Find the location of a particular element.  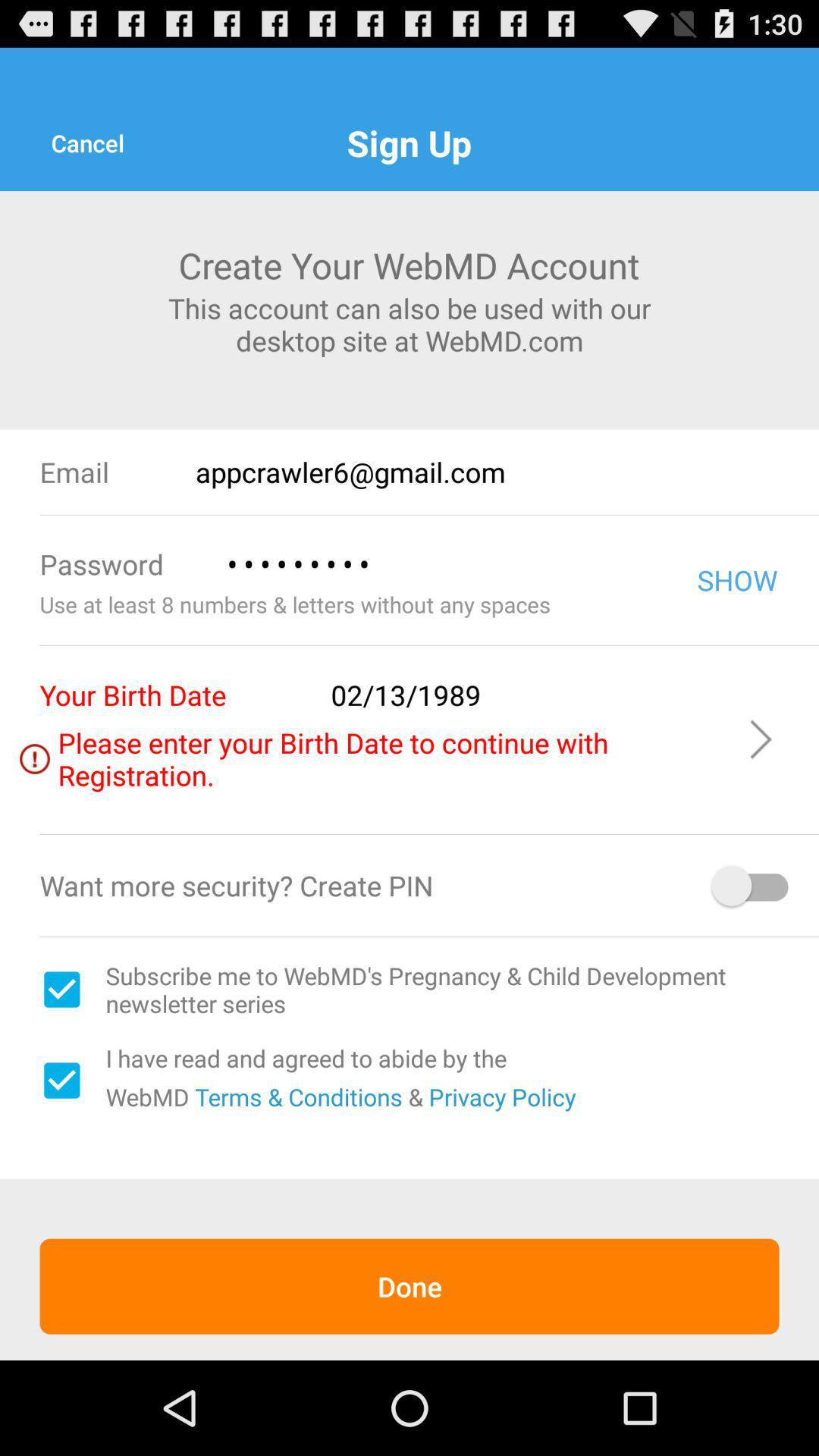

item next to the your birth date icon is located at coordinates (528, 694).